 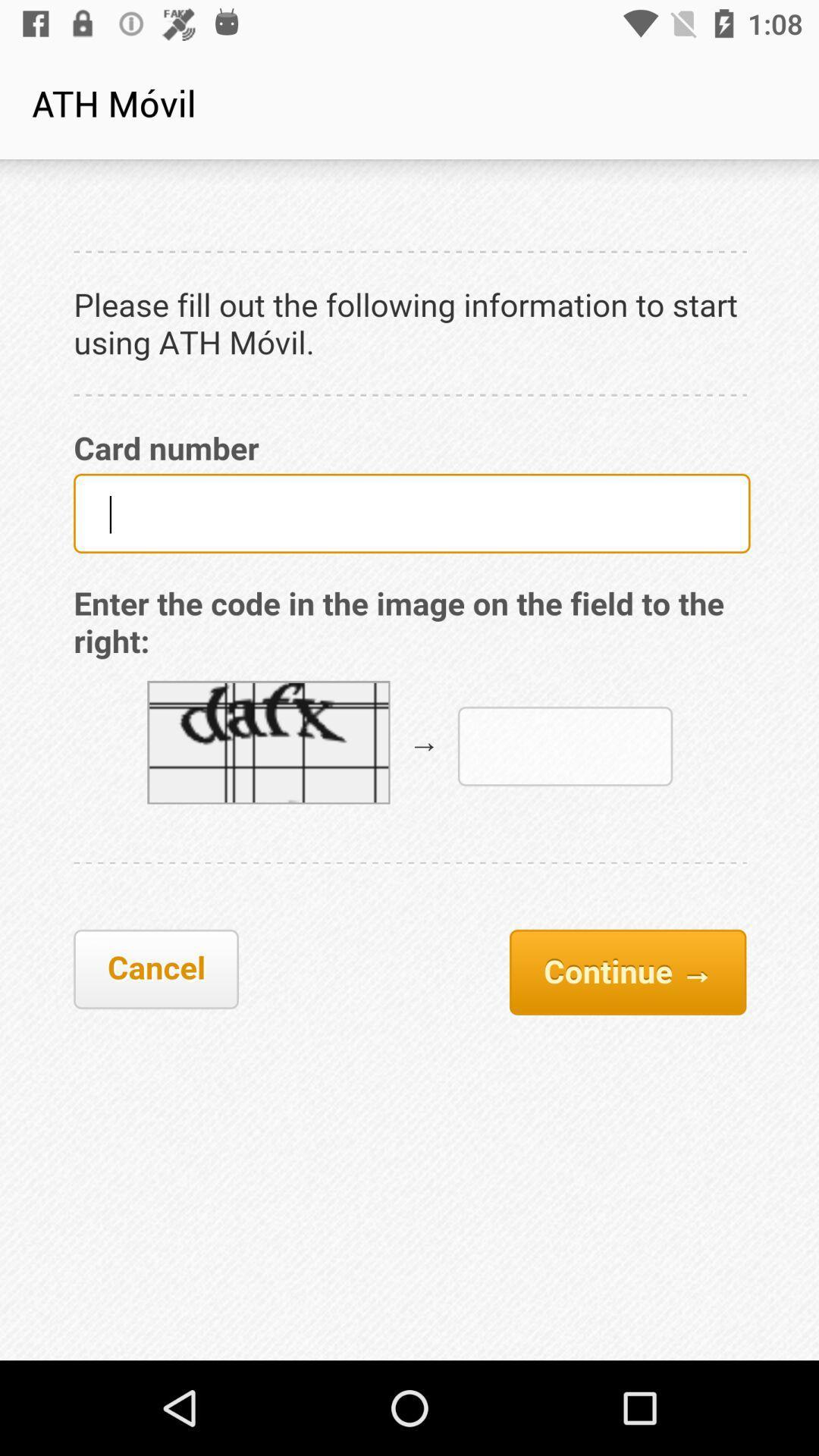 I want to click on captcha icon, so click(x=409, y=760).